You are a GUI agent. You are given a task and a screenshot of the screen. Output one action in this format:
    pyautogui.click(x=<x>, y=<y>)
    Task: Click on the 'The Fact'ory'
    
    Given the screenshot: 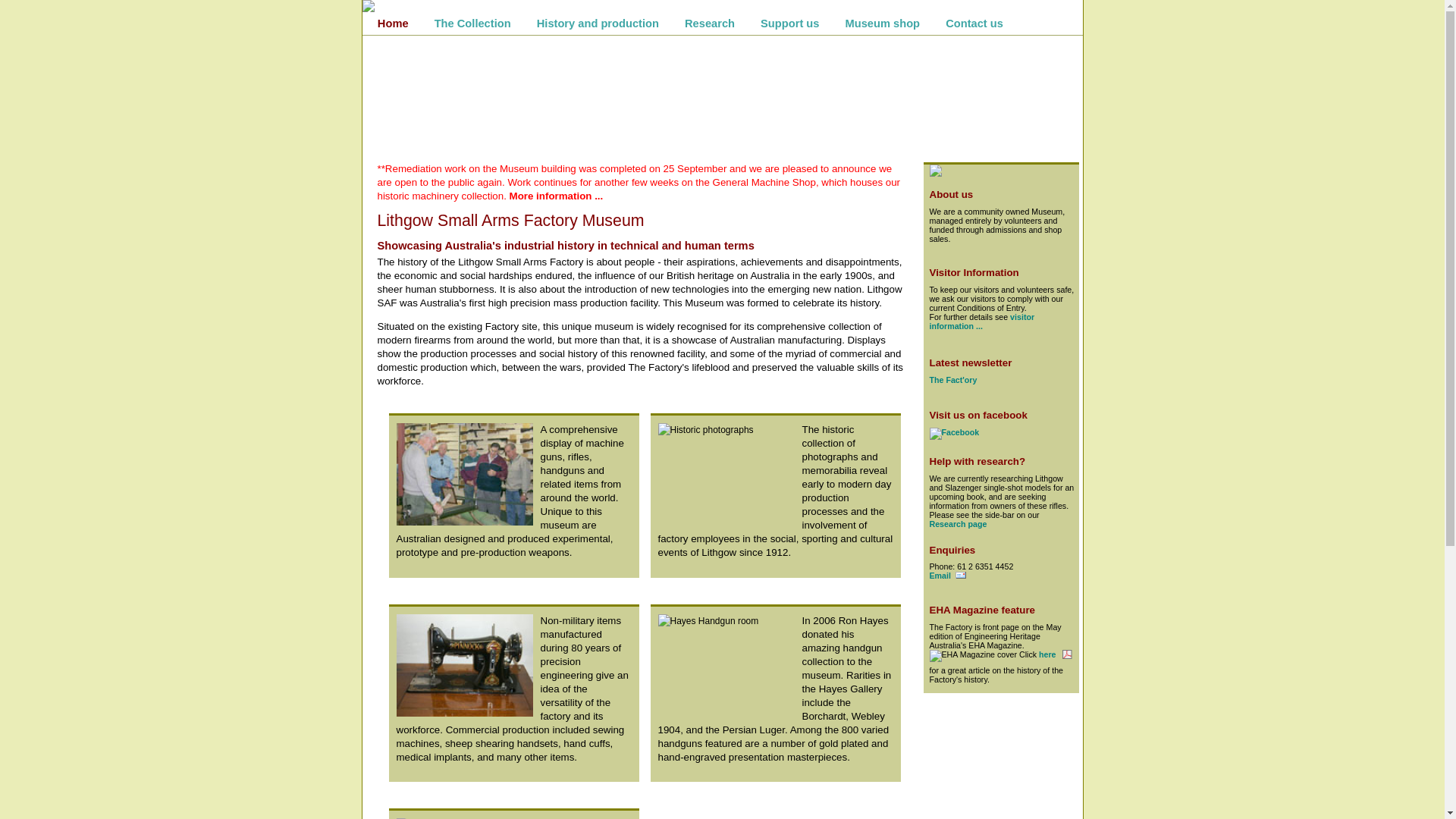 What is the action you would take?
    pyautogui.click(x=928, y=379)
    